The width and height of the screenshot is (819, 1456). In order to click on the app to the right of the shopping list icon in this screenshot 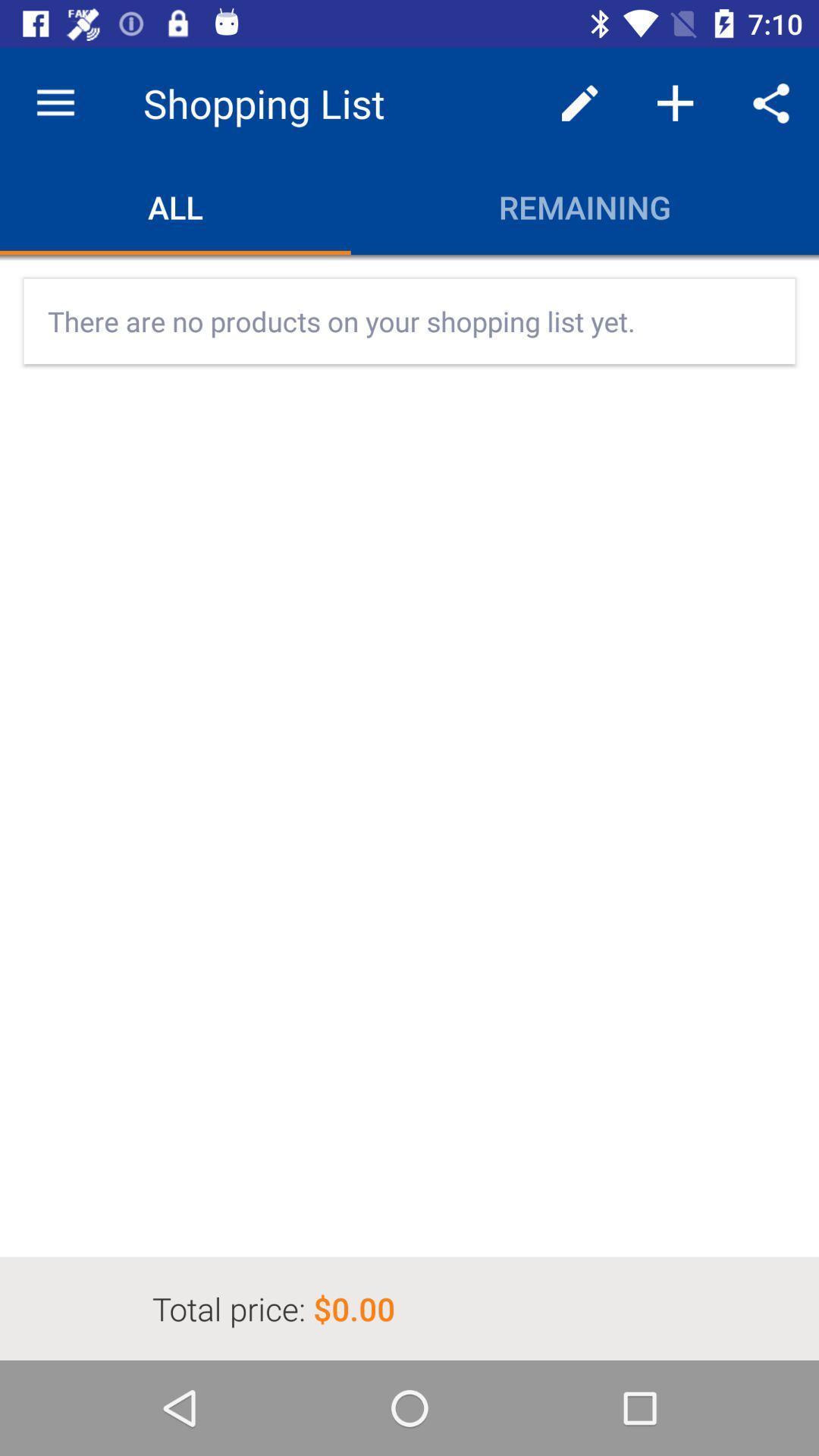, I will do `click(579, 102)`.